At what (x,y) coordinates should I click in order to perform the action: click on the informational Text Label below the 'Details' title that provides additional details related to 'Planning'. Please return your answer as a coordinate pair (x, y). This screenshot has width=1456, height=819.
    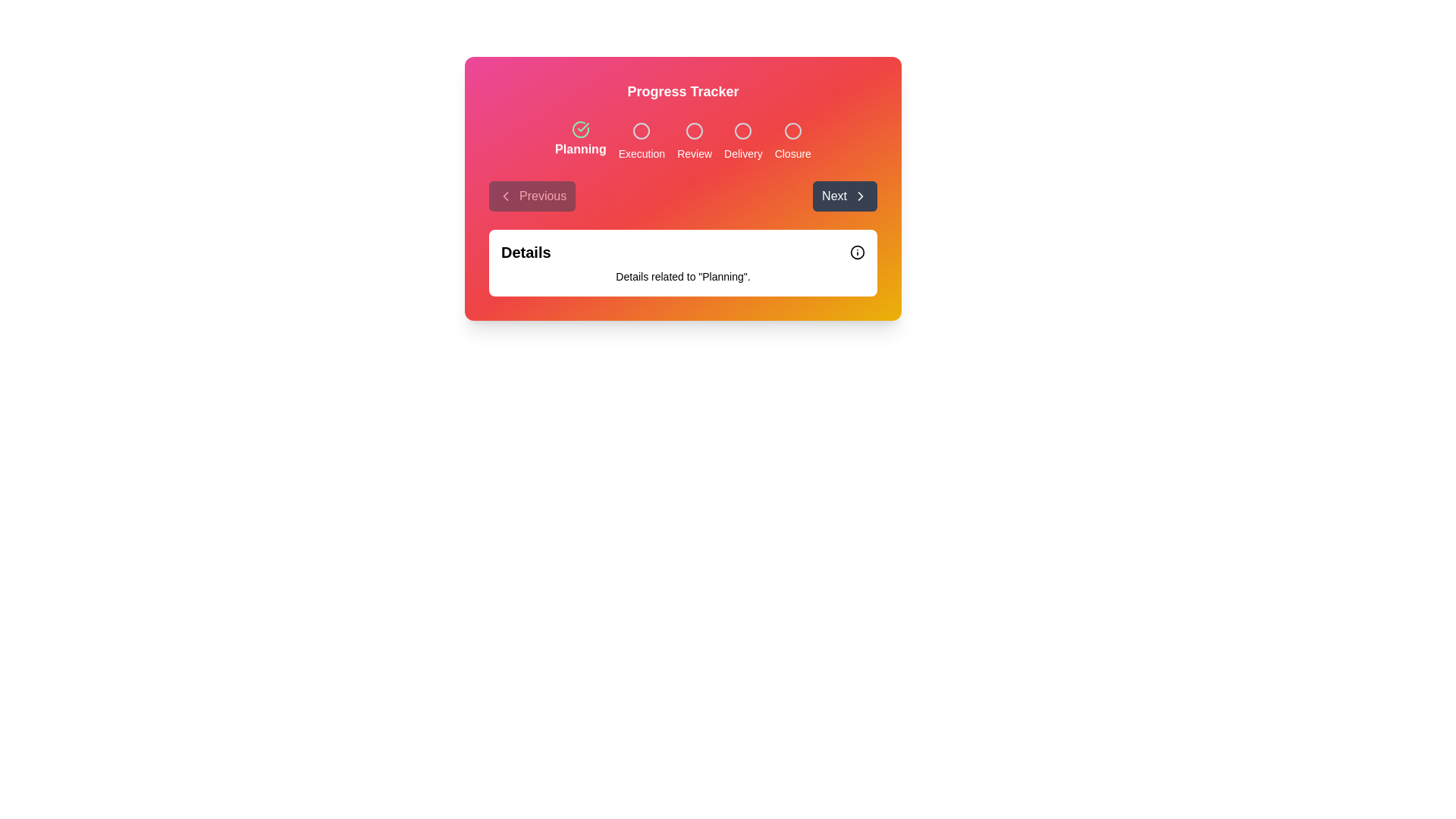
    Looking at the image, I should click on (682, 277).